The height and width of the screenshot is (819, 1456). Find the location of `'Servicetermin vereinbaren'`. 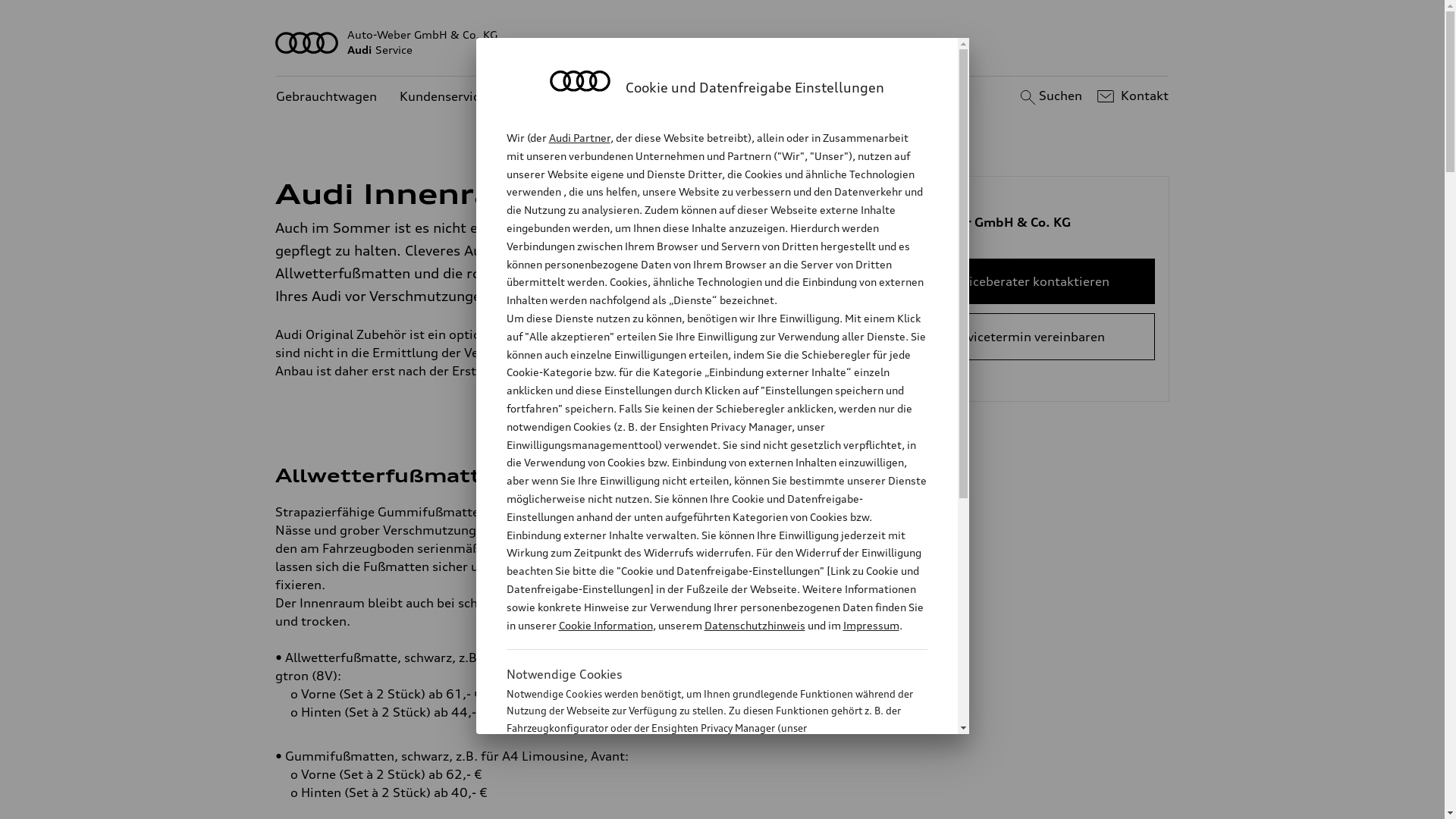

'Servicetermin vereinbaren' is located at coordinates (1026, 335).